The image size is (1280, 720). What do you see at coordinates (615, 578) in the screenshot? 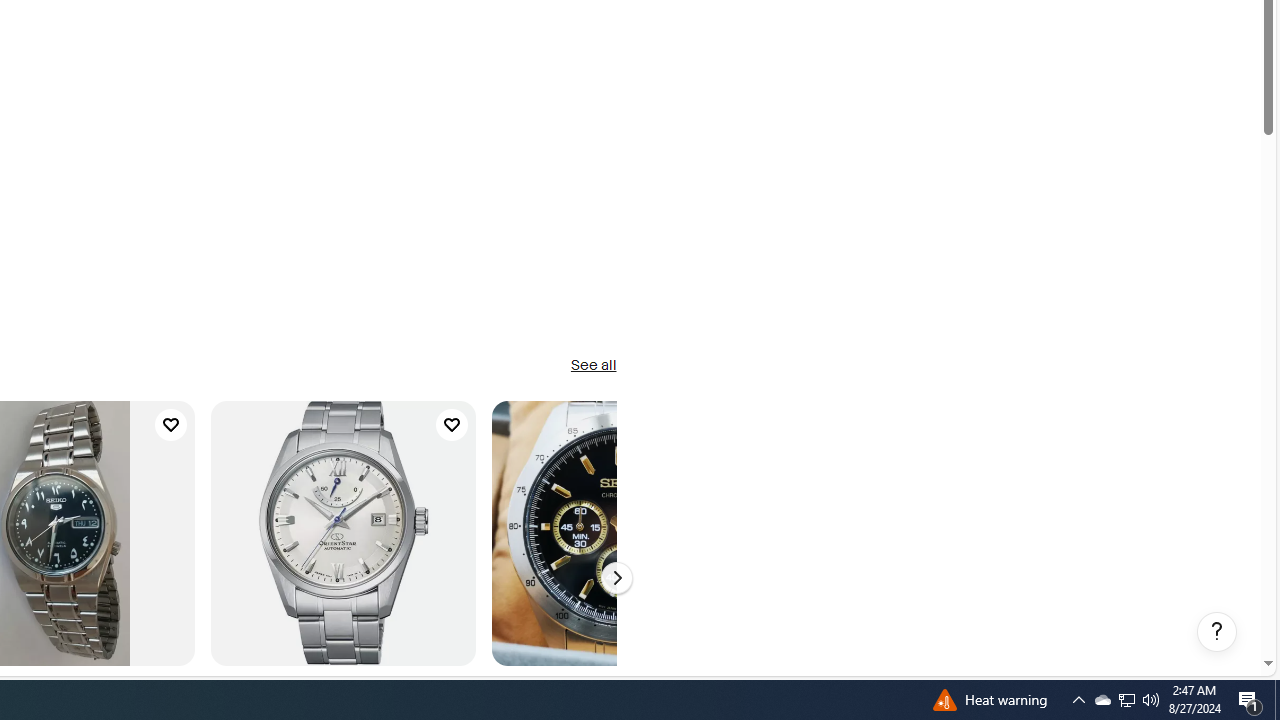
I see `'Go to the next slide, Wristwatches - Carousel'` at bounding box center [615, 578].